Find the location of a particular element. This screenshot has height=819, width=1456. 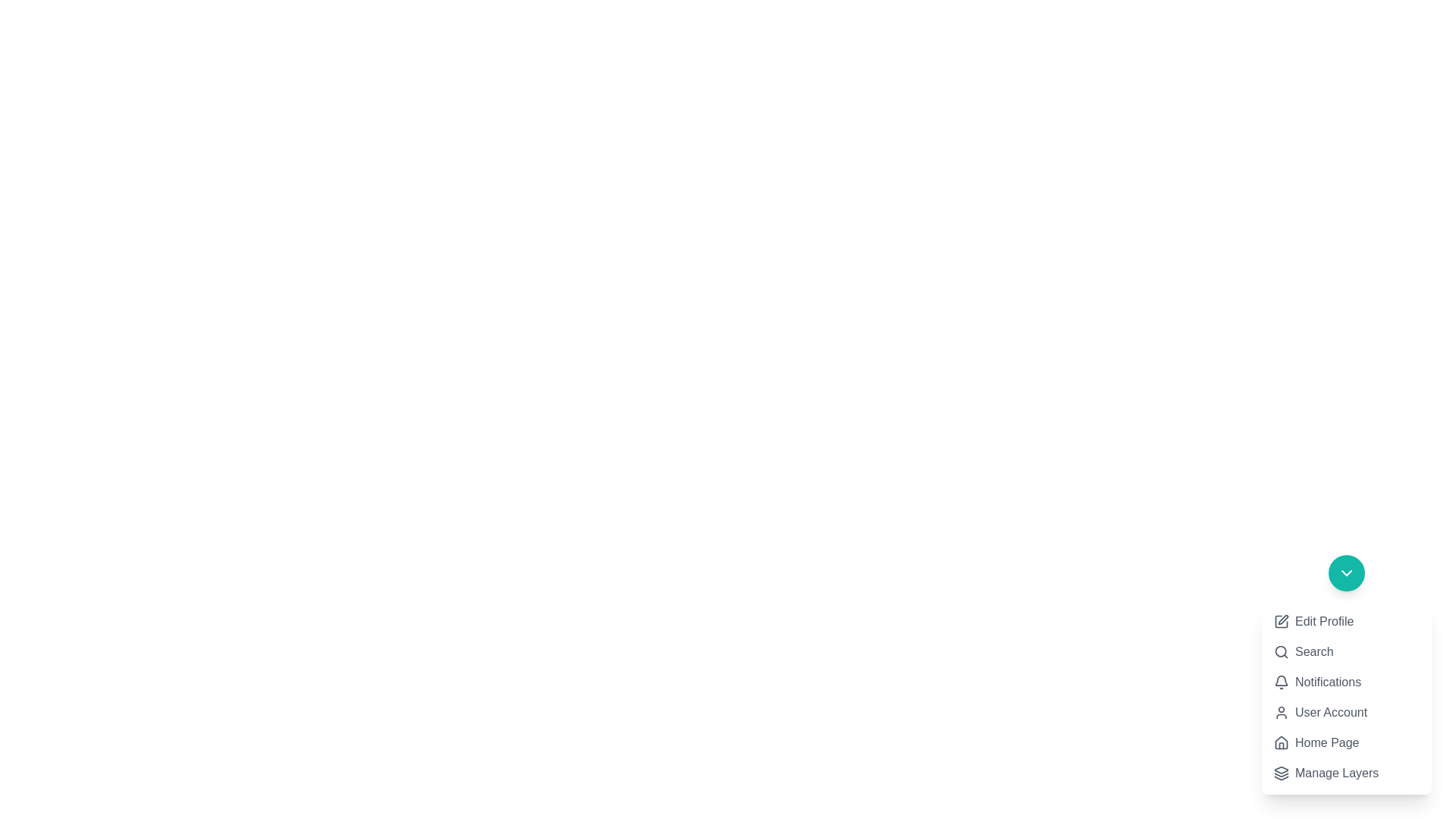

the bell icon representing the notifications section is located at coordinates (1280, 681).